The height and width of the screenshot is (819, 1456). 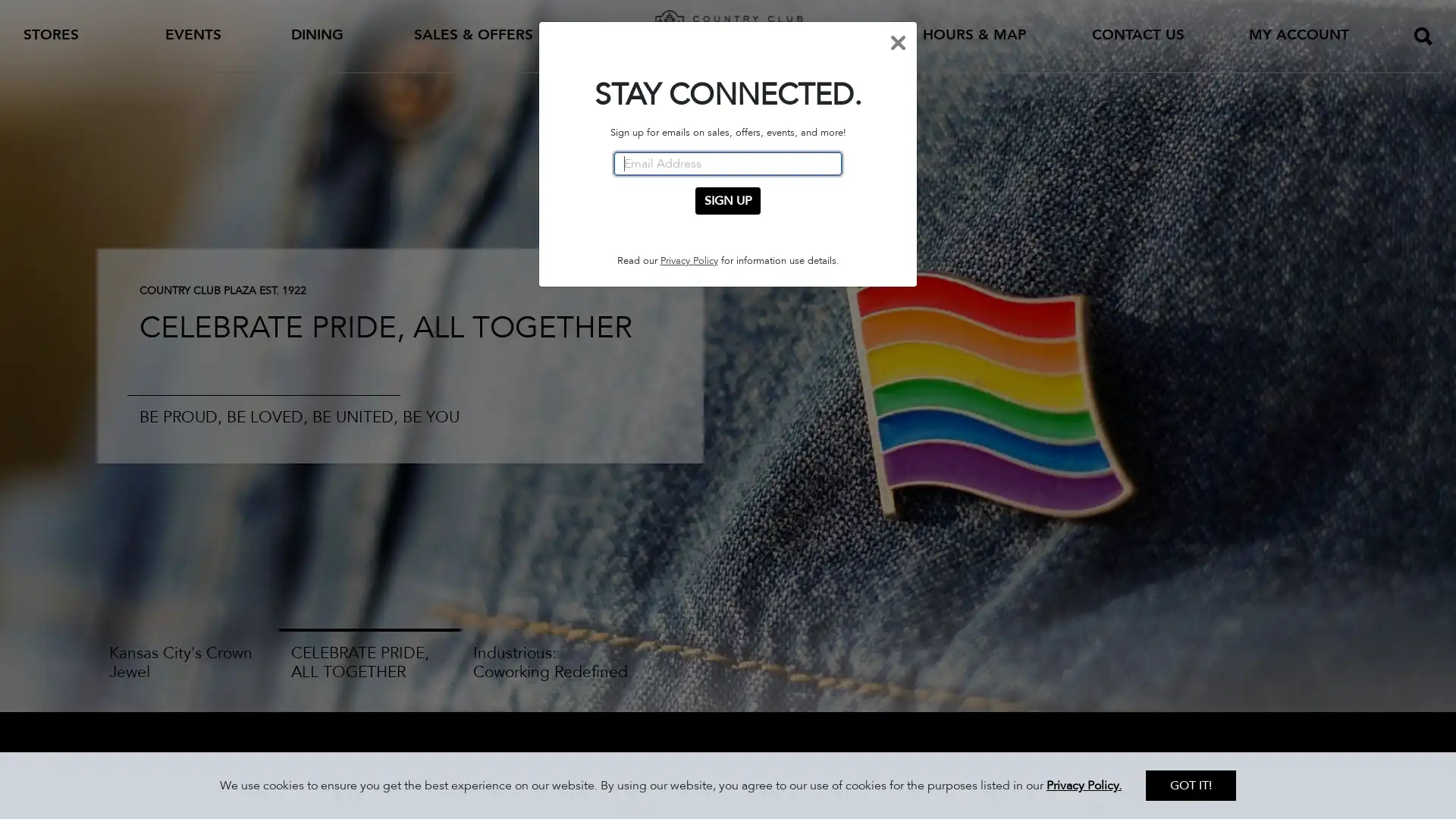 What do you see at coordinates (898, 42) in the screenshot?
I see `Close` at bounding box center [898, 42].